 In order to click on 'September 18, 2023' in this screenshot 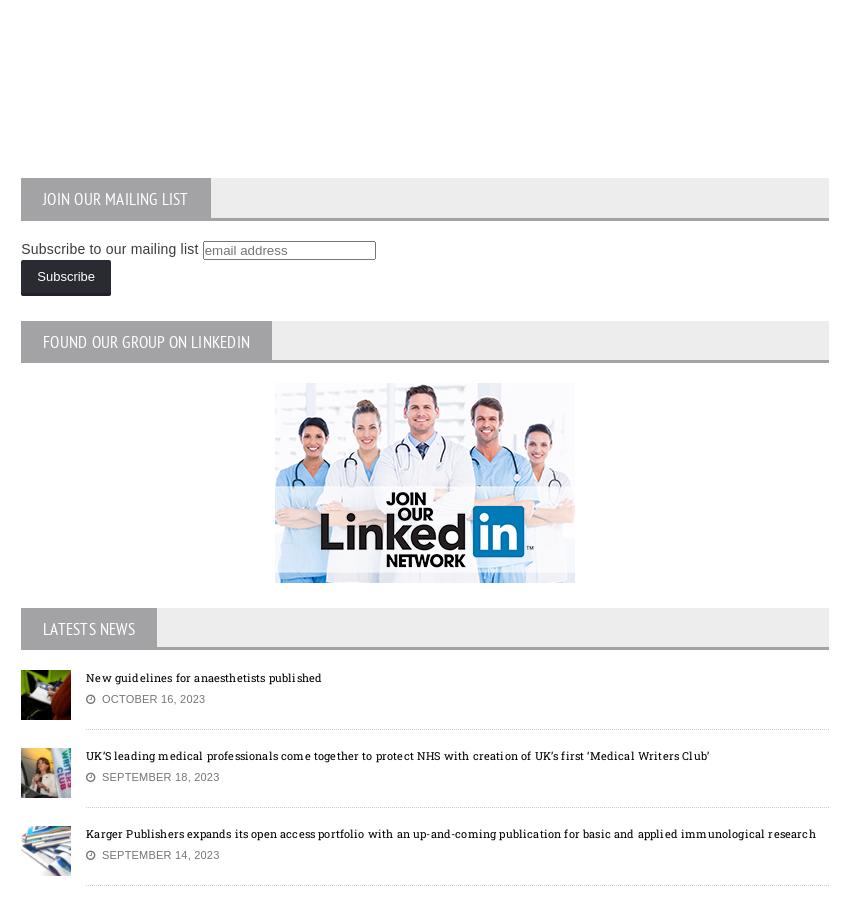, I will do `click(156, 775)`.